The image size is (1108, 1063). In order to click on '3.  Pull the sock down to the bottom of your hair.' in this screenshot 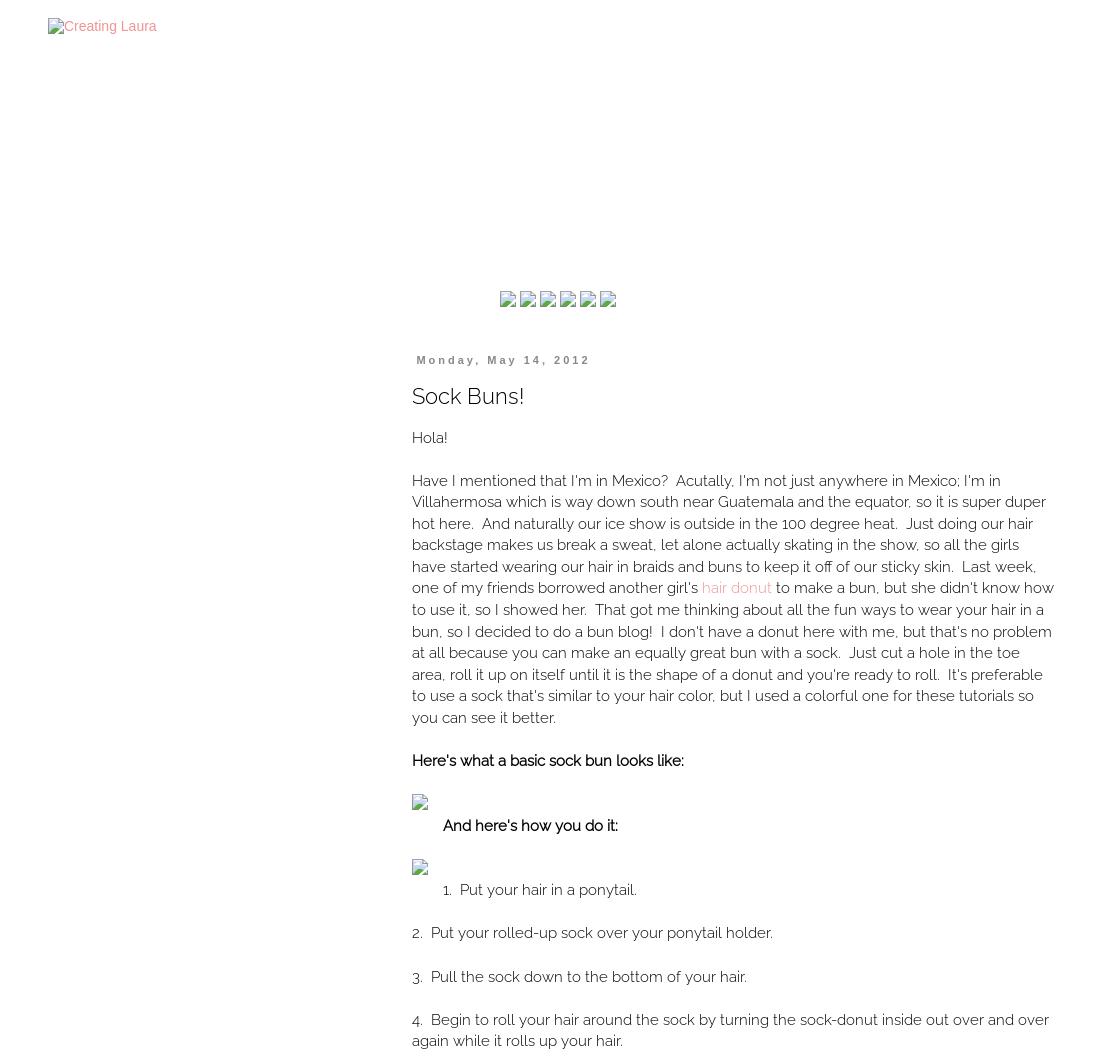, I will do `click(579, 975)`.